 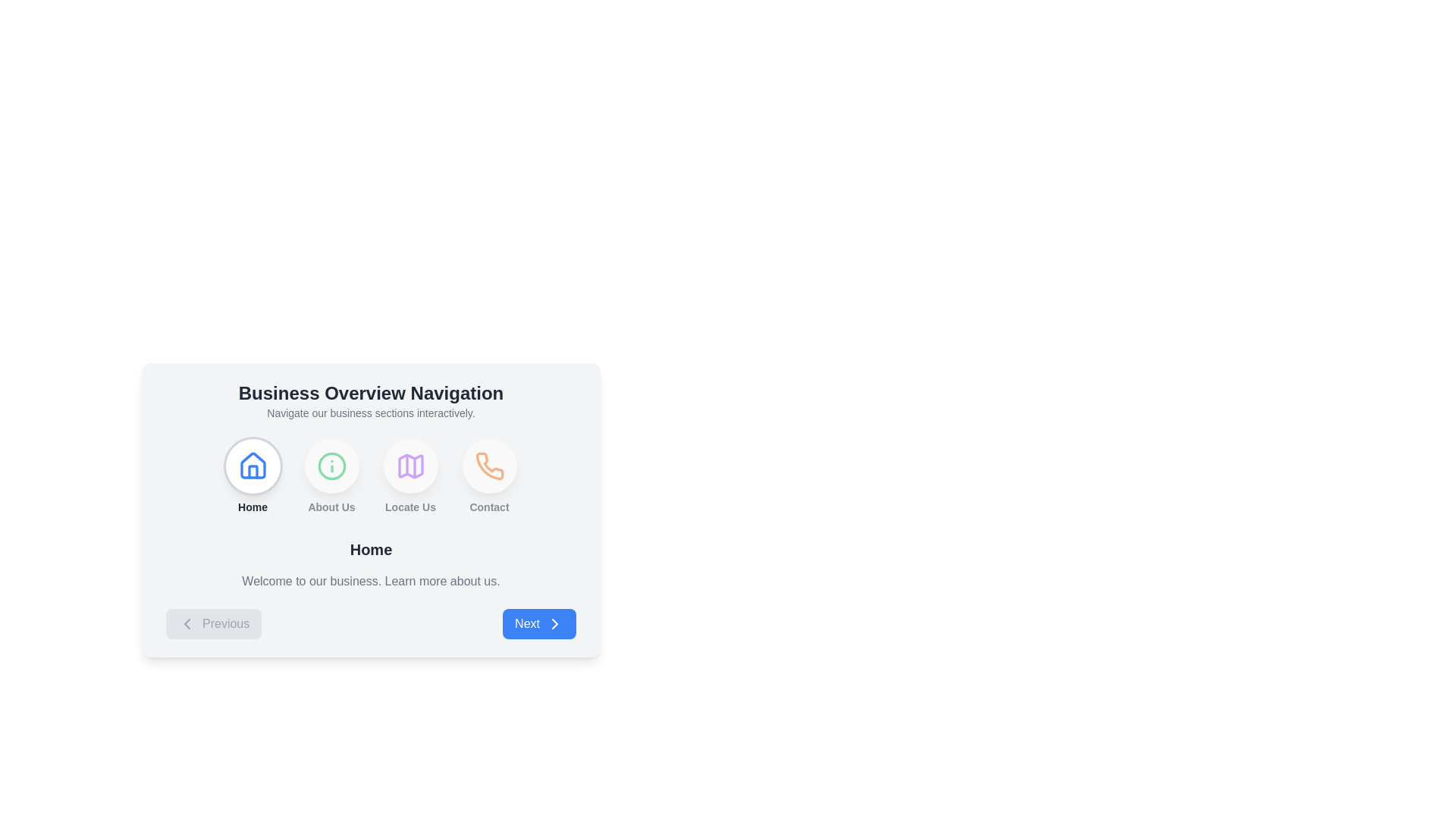 What do you see at coordinates (371, 413) in the screenshot?
I see `the descriptive subtitle text located centrally below the 'Business Overview Navigation' title, which provides contextual information about business navigation tools` at bounding box center [371, 413].